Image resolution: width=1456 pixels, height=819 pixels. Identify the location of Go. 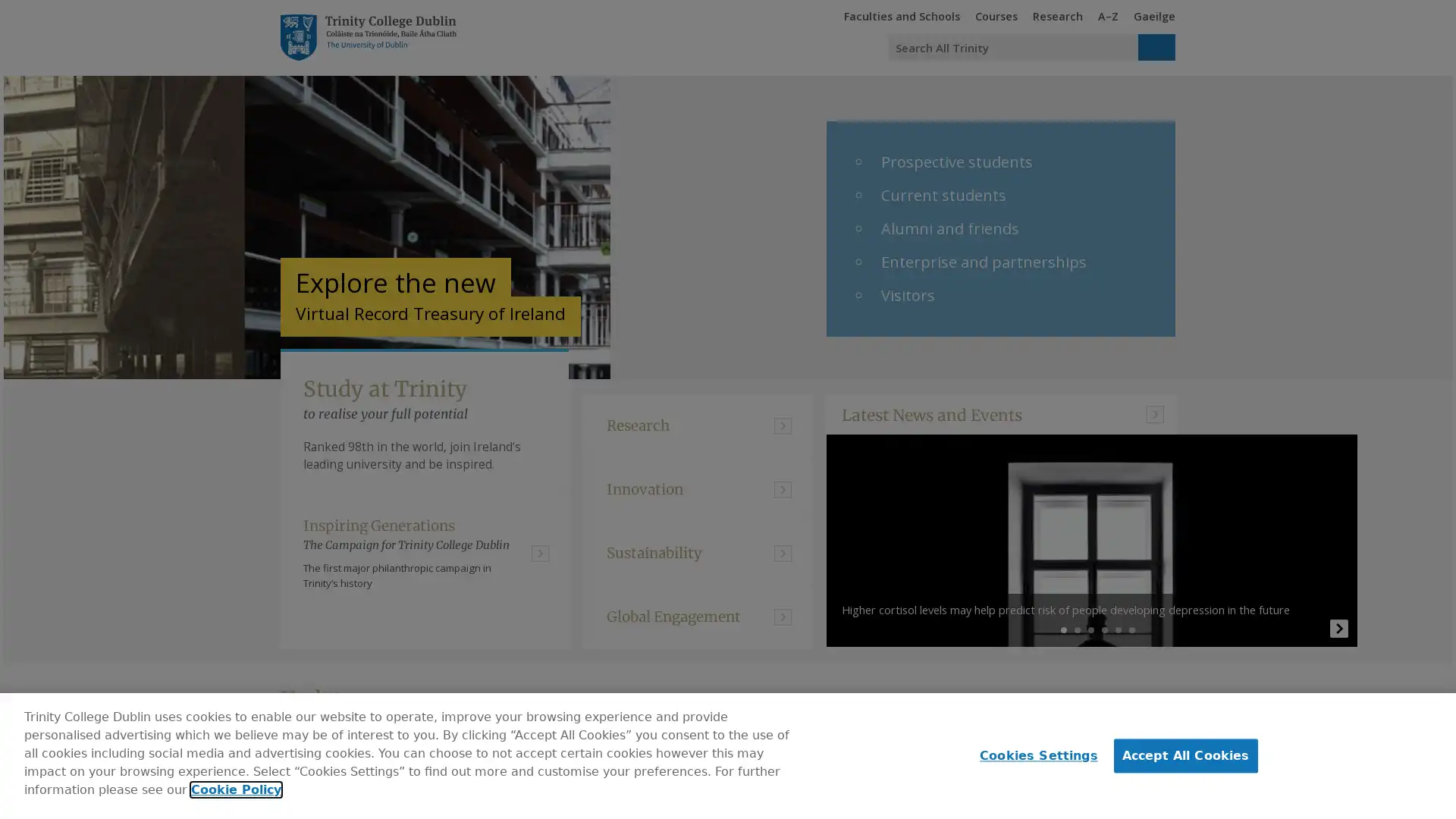
(1156, 46).